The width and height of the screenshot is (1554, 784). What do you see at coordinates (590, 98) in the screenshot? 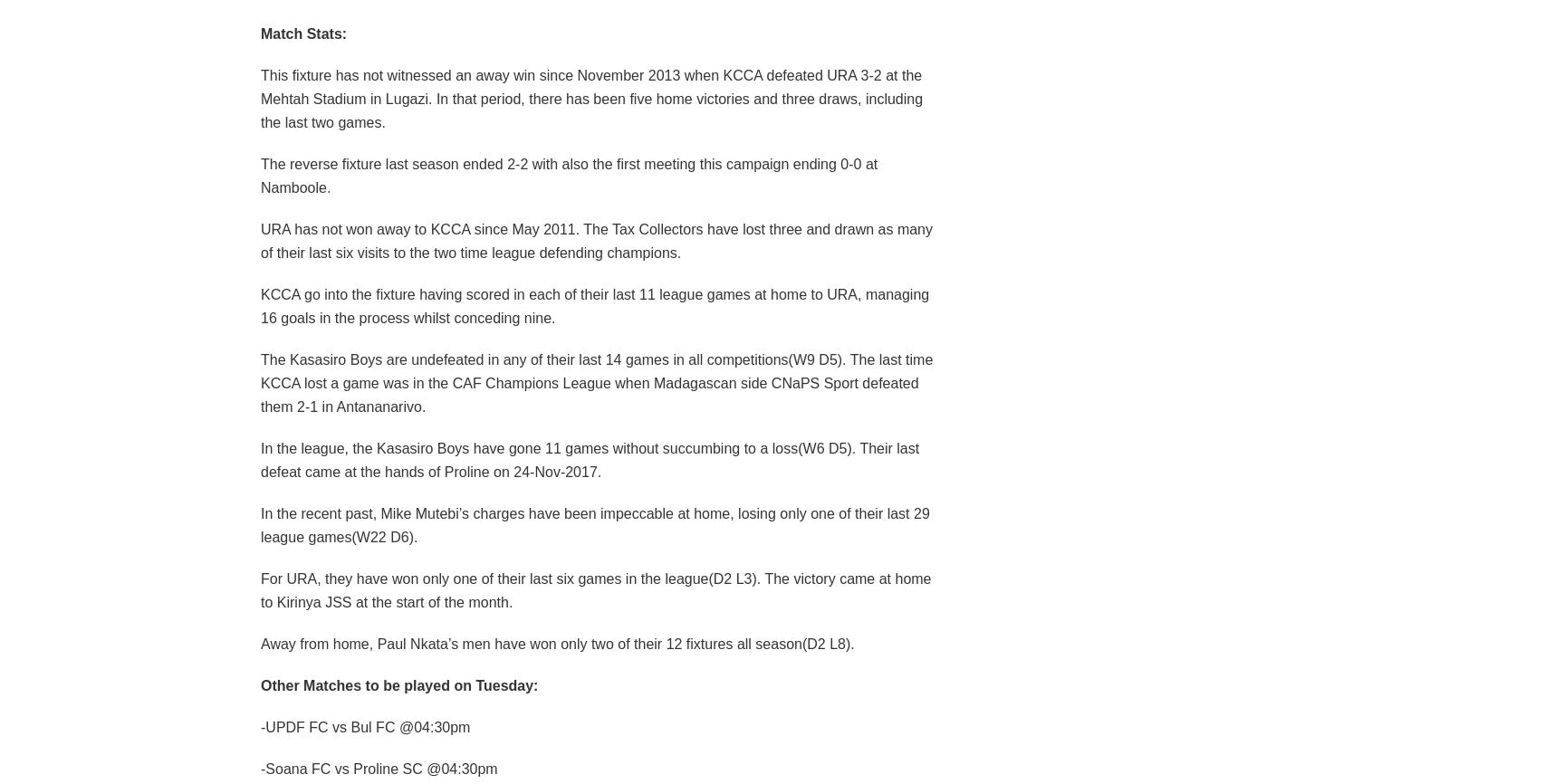
I see `'This fixture has not witnessed an away win since November 2013 when KCCA defeated URA 3-2 at the Mehtah Stadium in Lugazi. In that period, there has been five home victories and three draws, including the last two games.'` at bounding box center [590, 98].